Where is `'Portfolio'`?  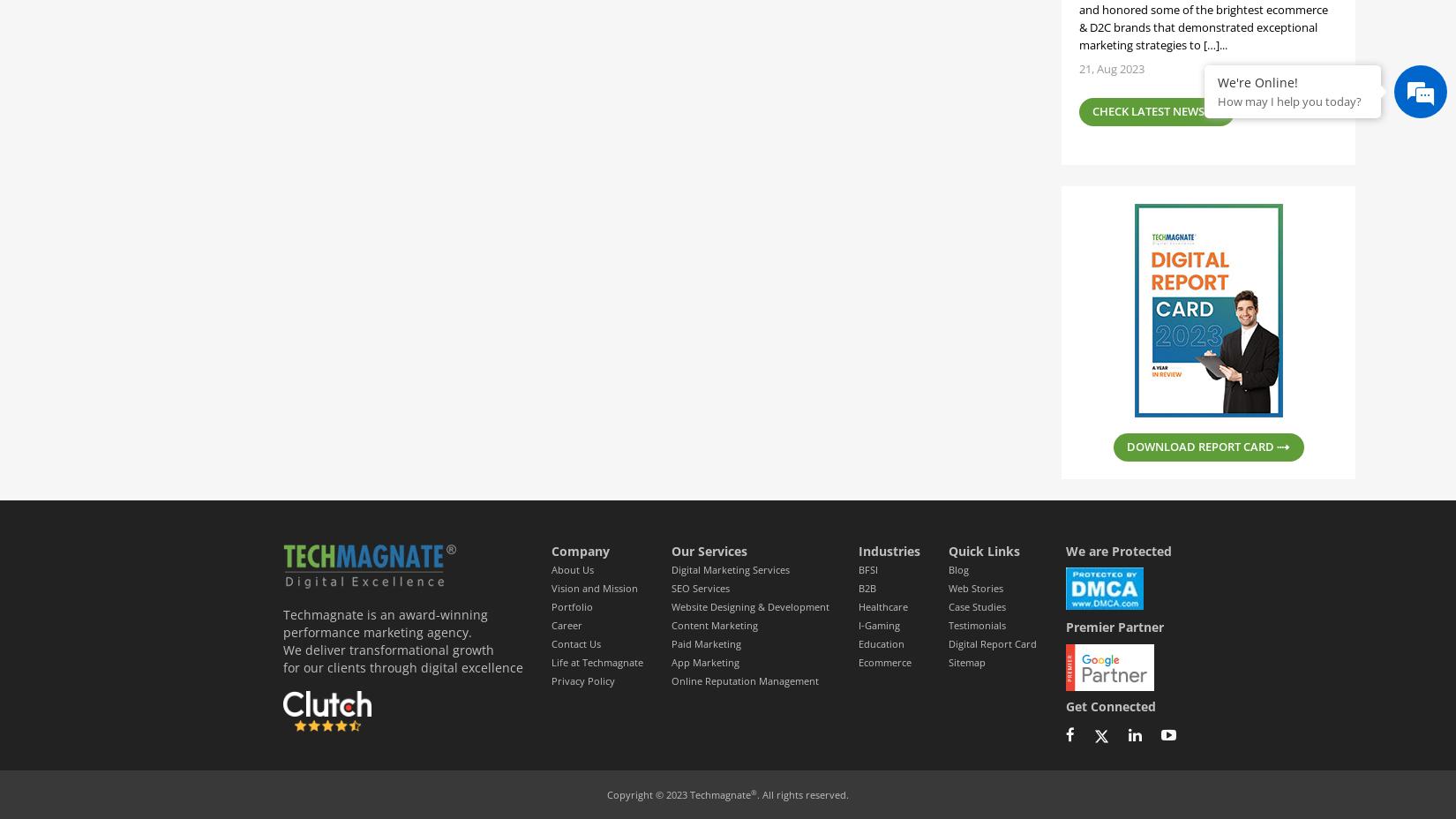
'Portfolio' is located at coordinates (571, 606).